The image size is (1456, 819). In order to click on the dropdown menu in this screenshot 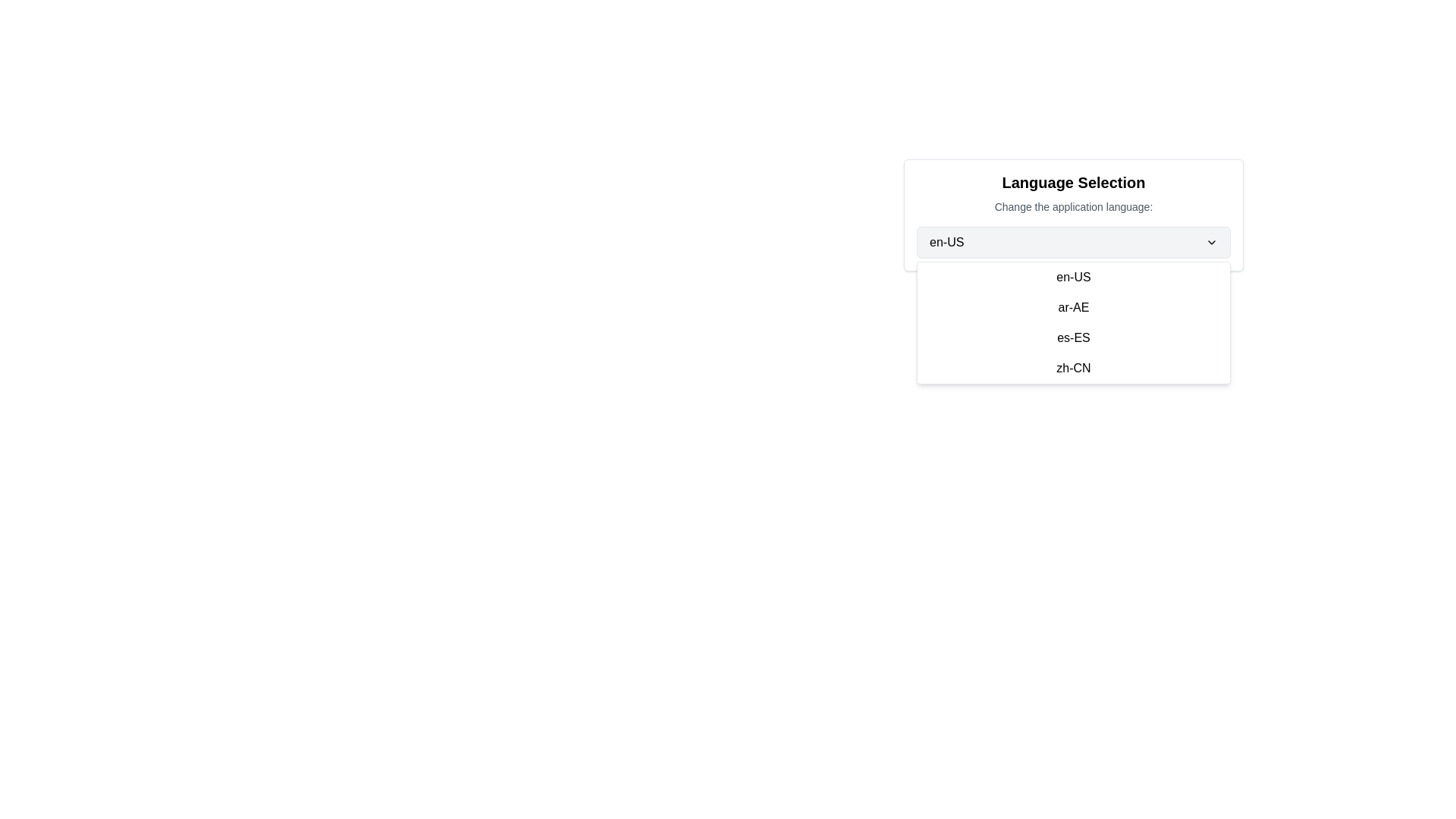, I will do `click(1073, 322)`.